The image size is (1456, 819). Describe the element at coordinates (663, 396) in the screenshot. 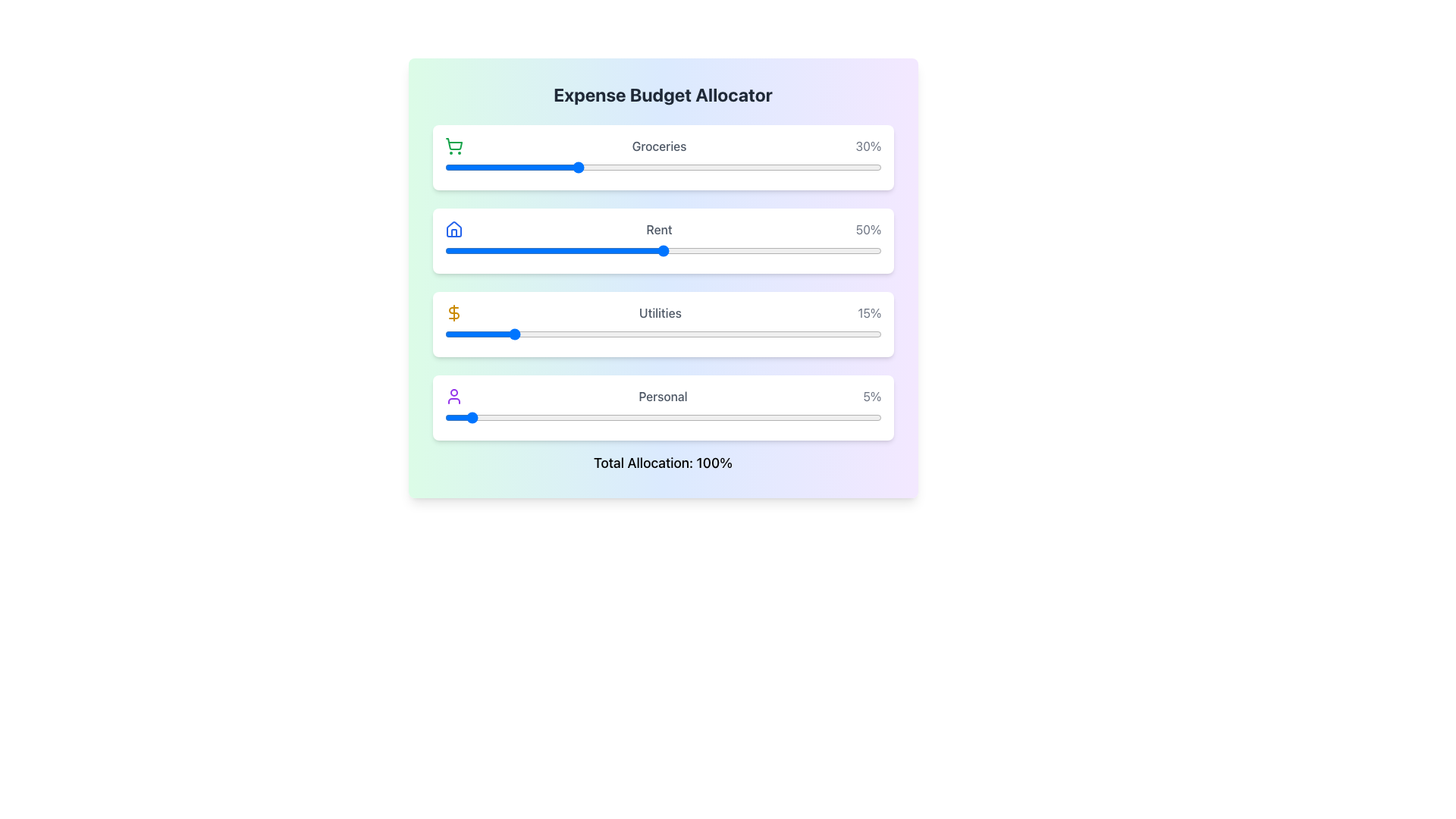

I see `the 'Personal' text label in the Expense Budget Allocator interface` at that location.